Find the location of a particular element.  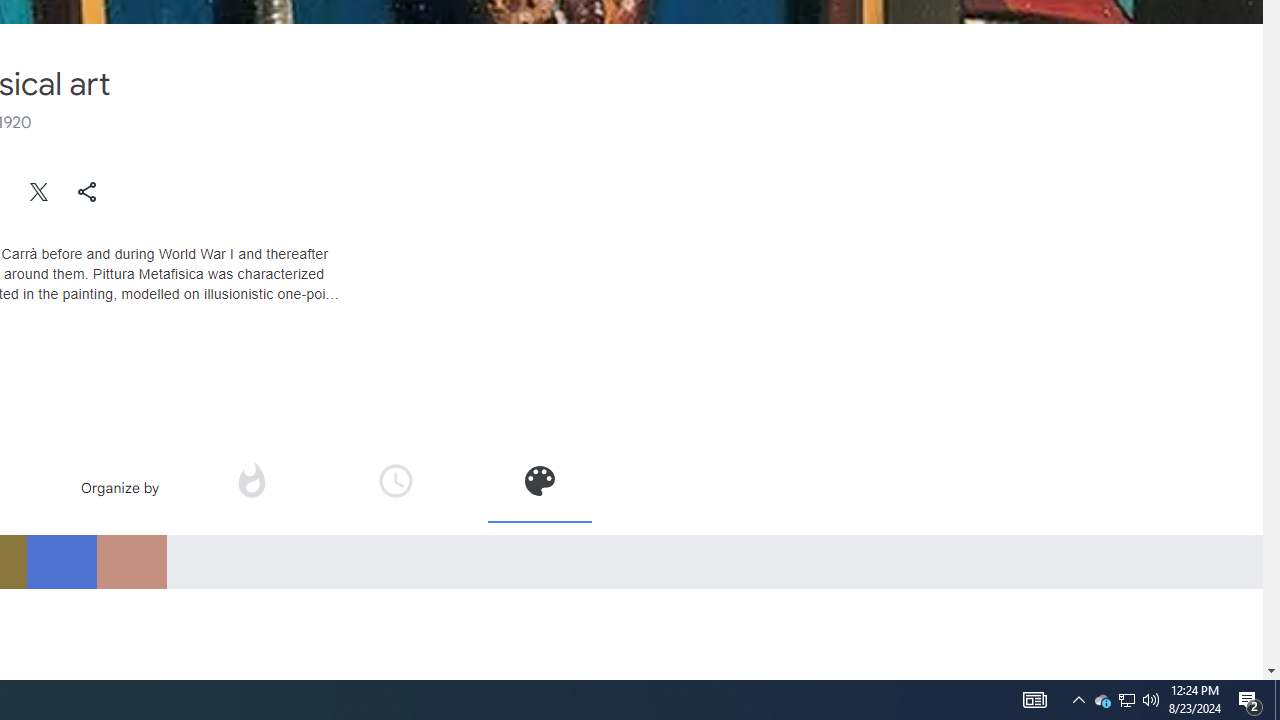

'RGB_4D72D0' is located at coordinates (61, 561).